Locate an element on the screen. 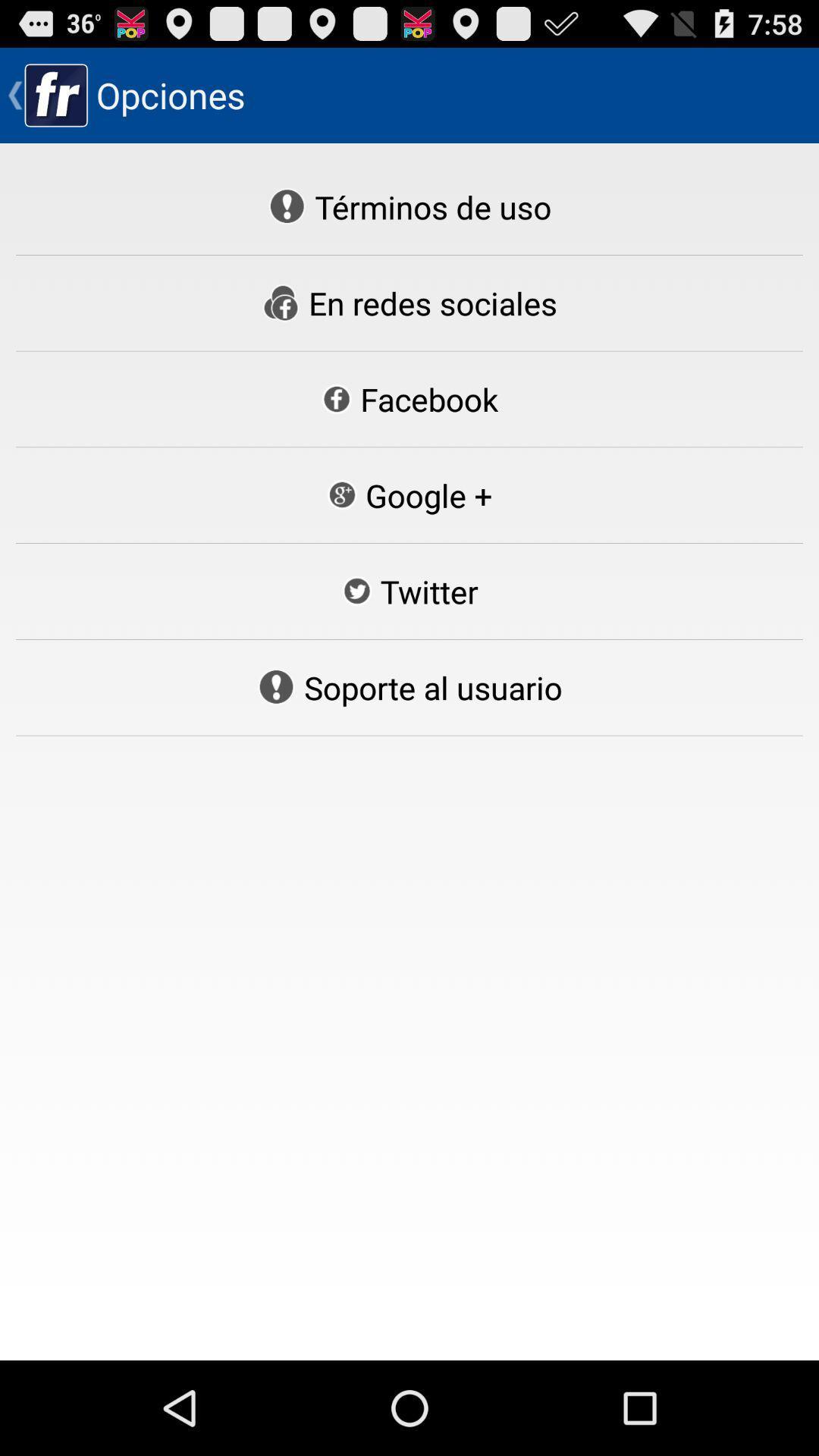 This screenshot has height=1456, width=819. soporte al usuario item is located at coordinates (409, 686).